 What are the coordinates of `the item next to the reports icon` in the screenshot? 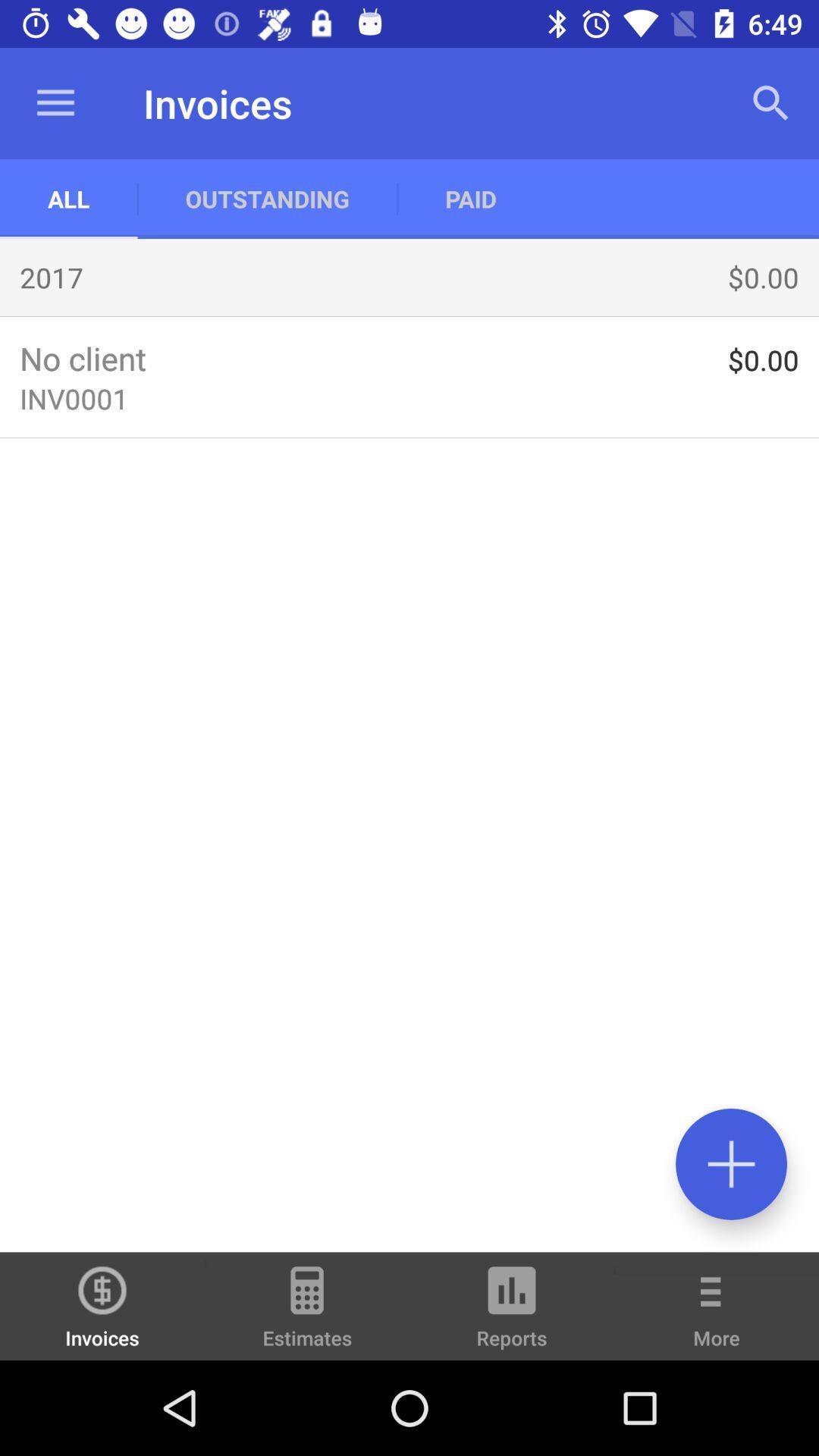 It's located at (717, 1316).